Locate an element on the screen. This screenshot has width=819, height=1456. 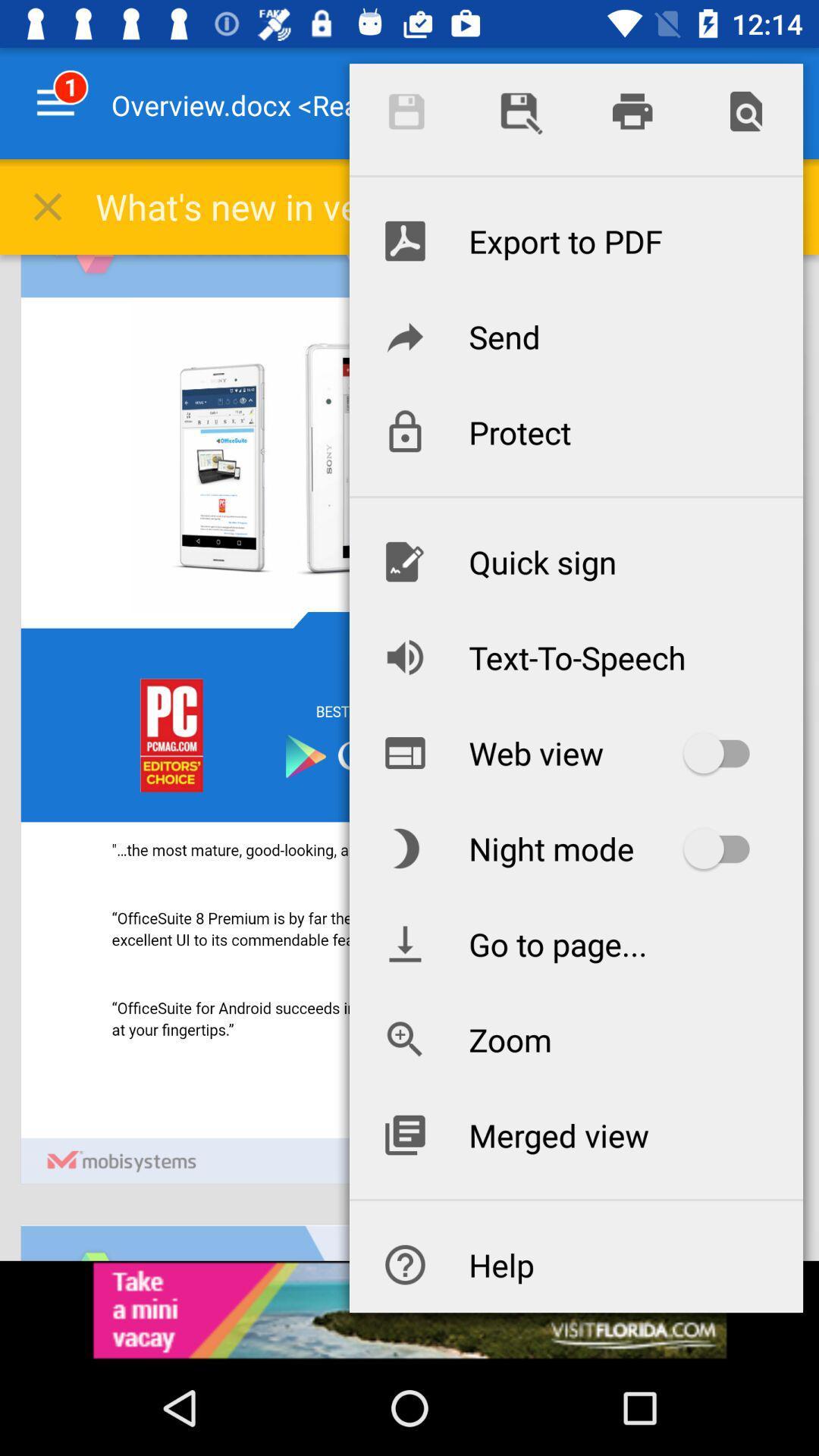
the go to page... item is located at coordinates (576, 943).